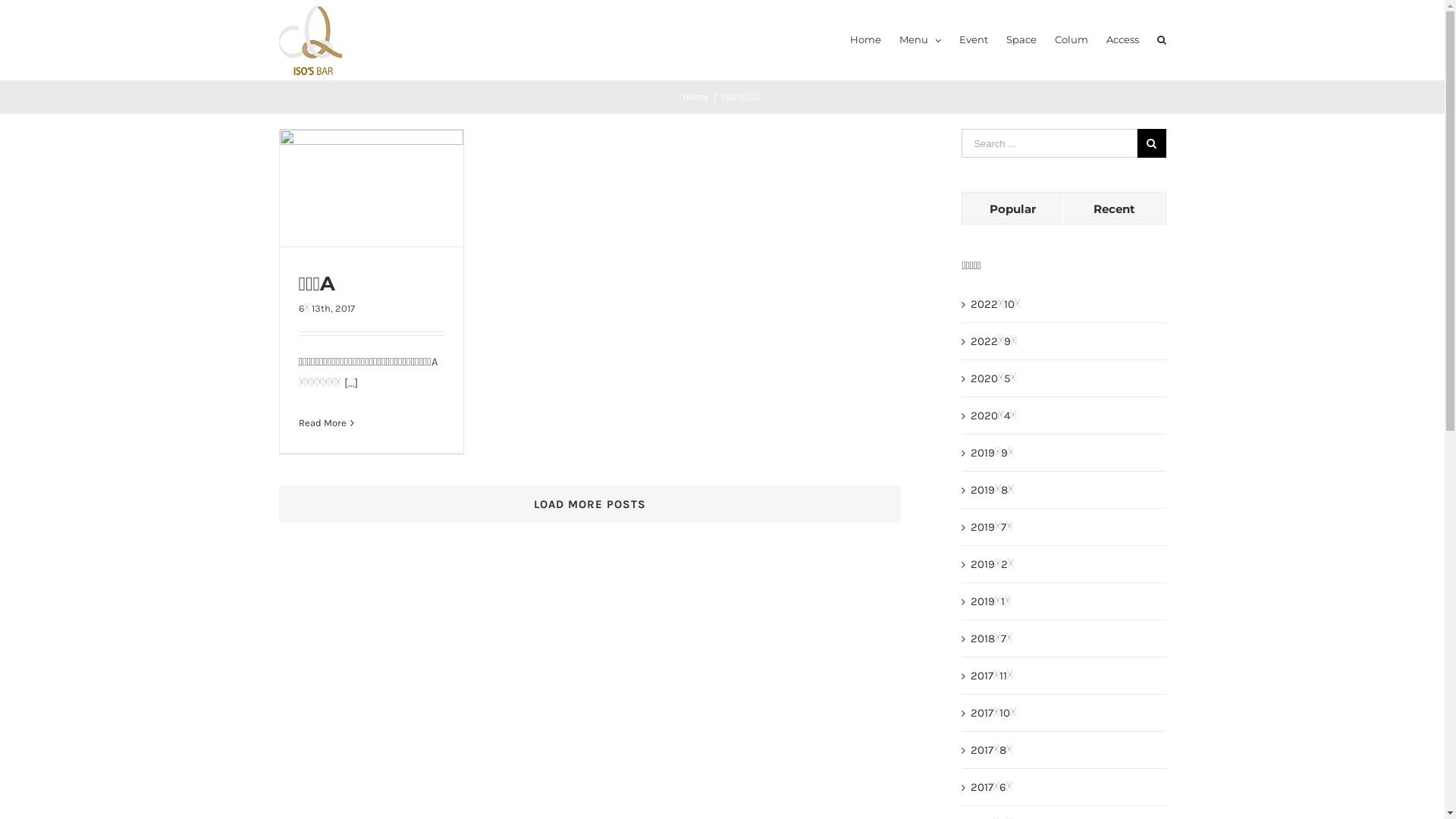 Image resolution: width=1456 pixels, height=819 pixels. Describe the element at coordinates (919, 37) in the screenshot. I see `'Menu'` at that location.